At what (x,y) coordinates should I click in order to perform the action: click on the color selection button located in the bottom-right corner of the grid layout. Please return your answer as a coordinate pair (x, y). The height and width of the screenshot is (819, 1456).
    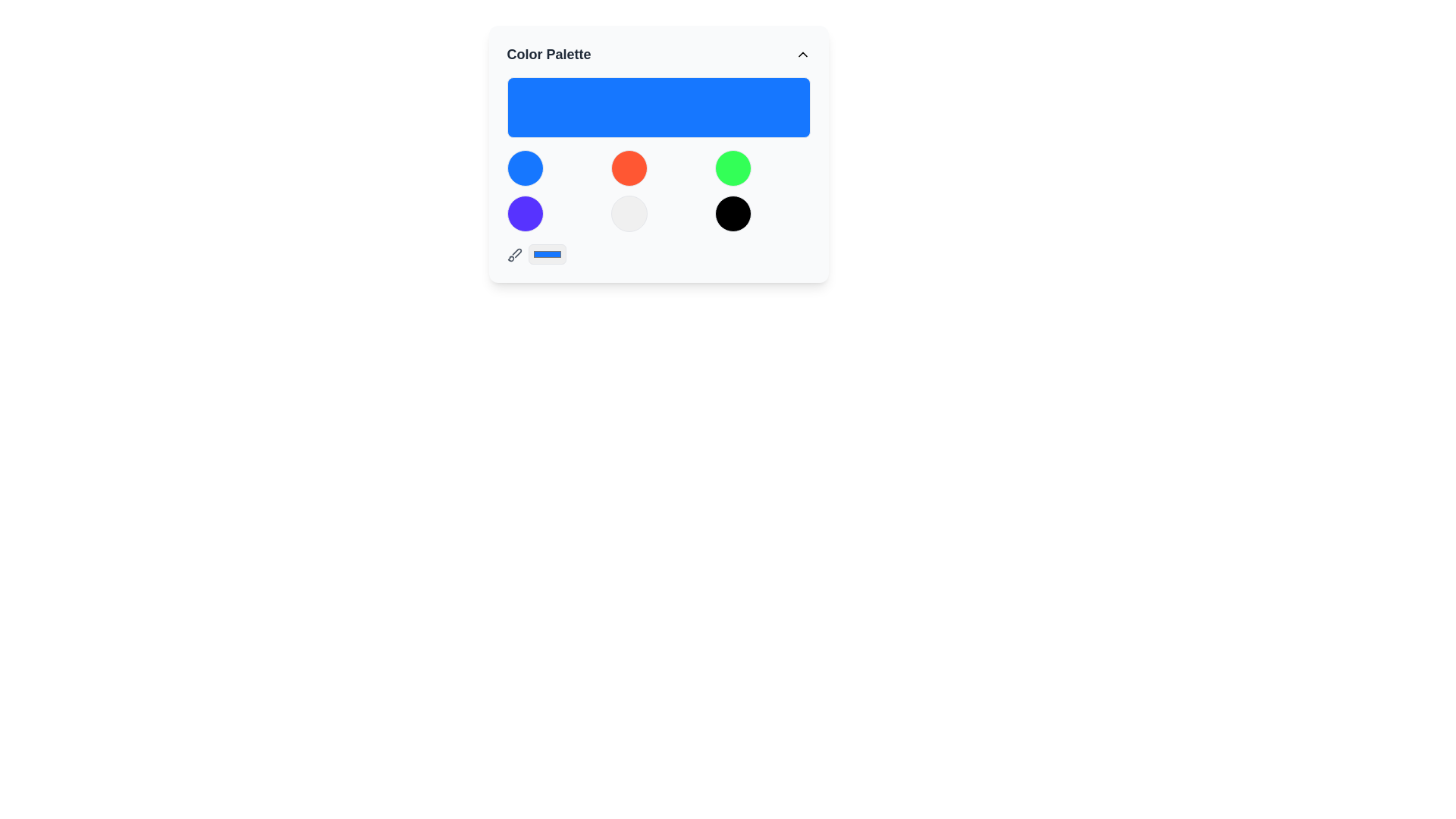
    Looking at the image, I should click on (733, 213).